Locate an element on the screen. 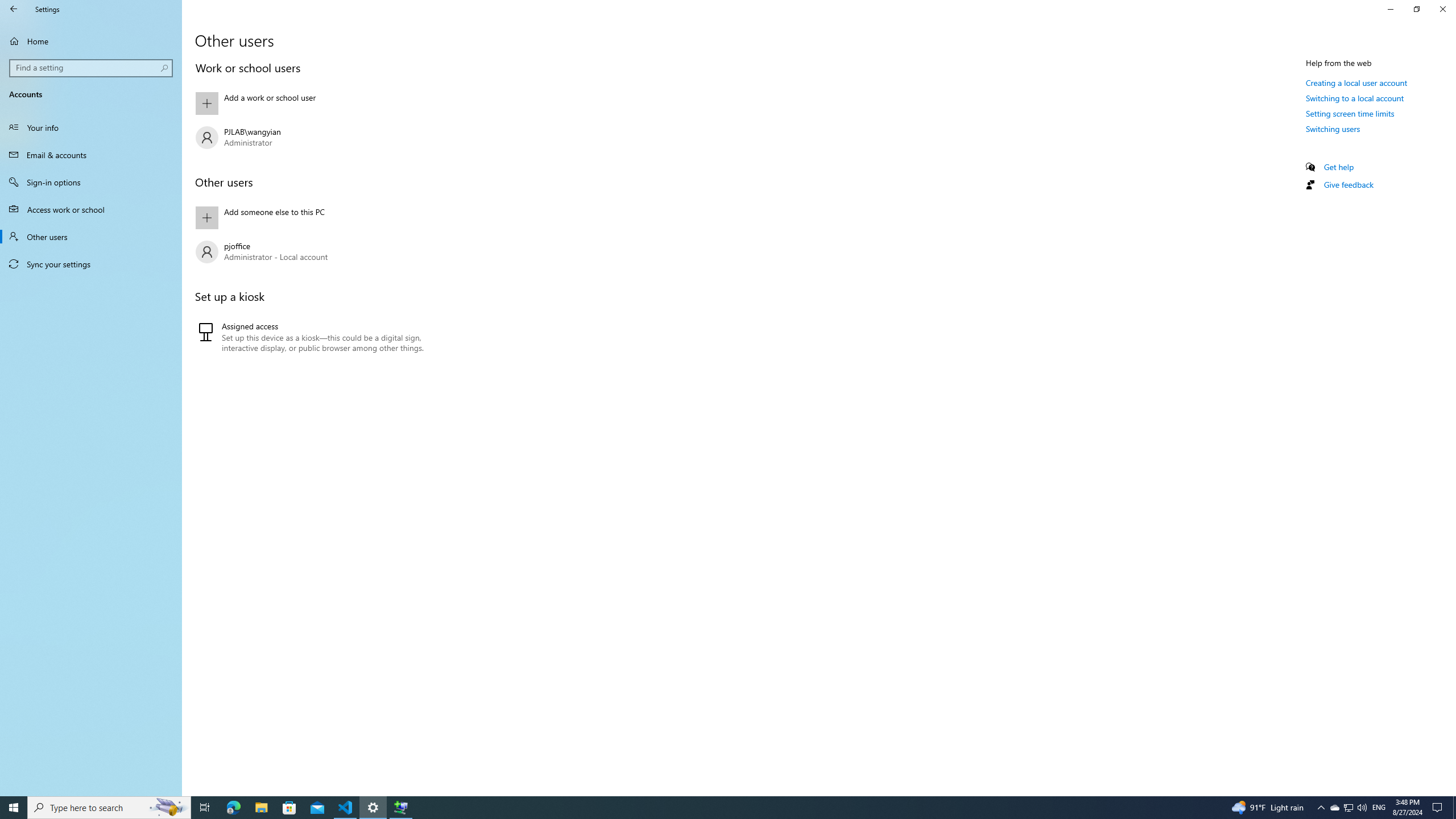  'Switching users' is located at coordinates (1333, 128).